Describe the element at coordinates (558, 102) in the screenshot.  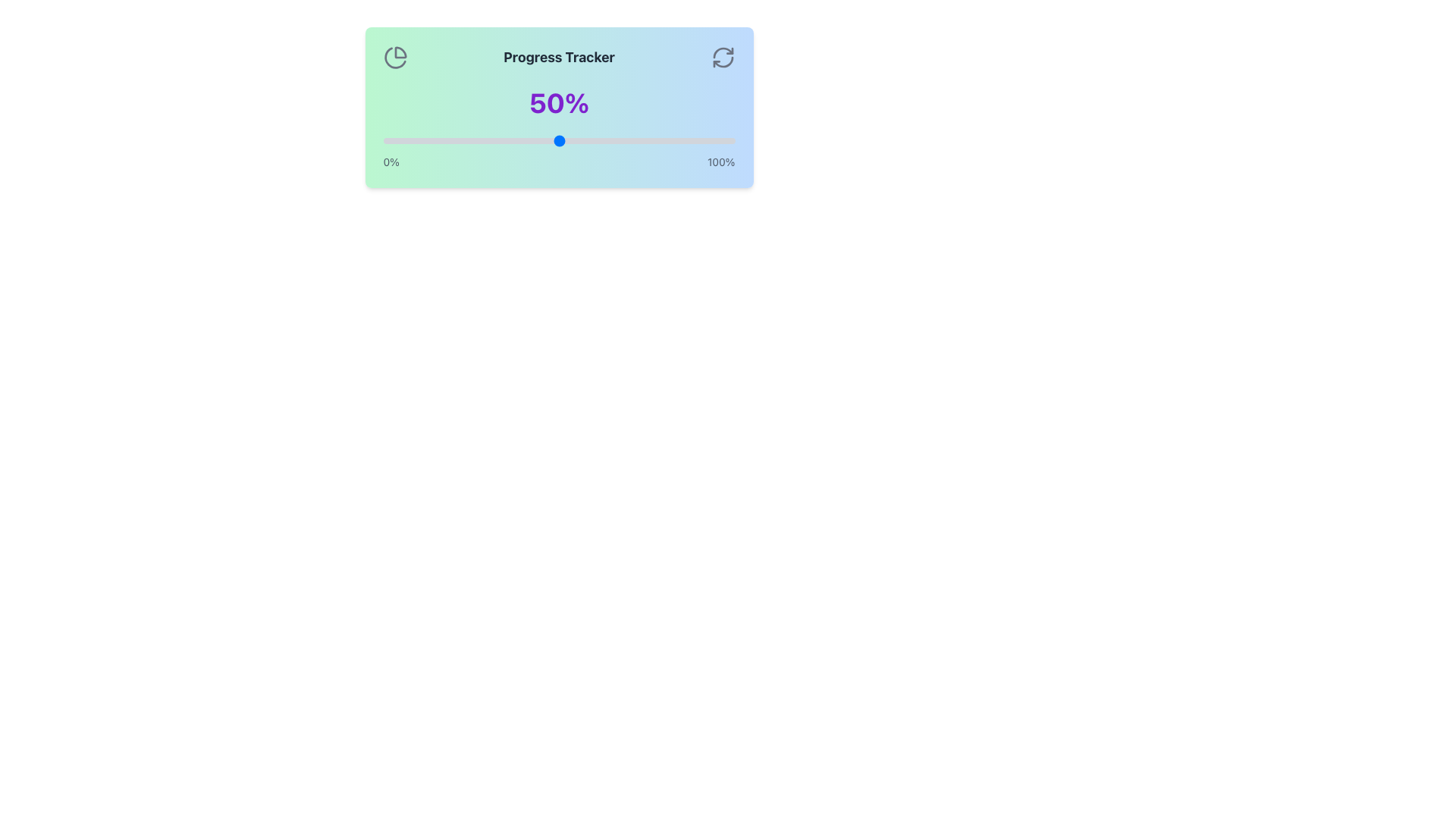
I see `the text label that visually represents a 50% completion rate in the progress tracker, which is centrally aligned above the progress bar` at that location.